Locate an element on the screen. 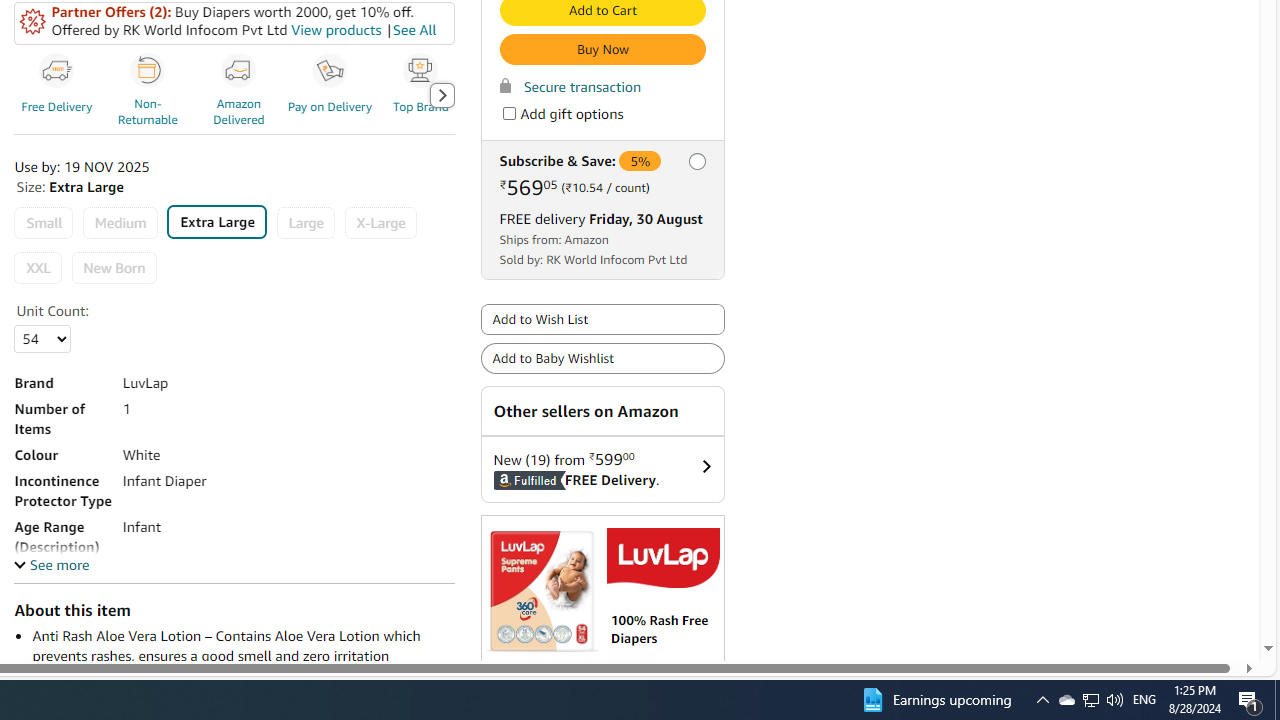 Image resolution: width=1280 pixels, height=720 pixels. 'Non-Returnable' is located at coordinates (147, 70).